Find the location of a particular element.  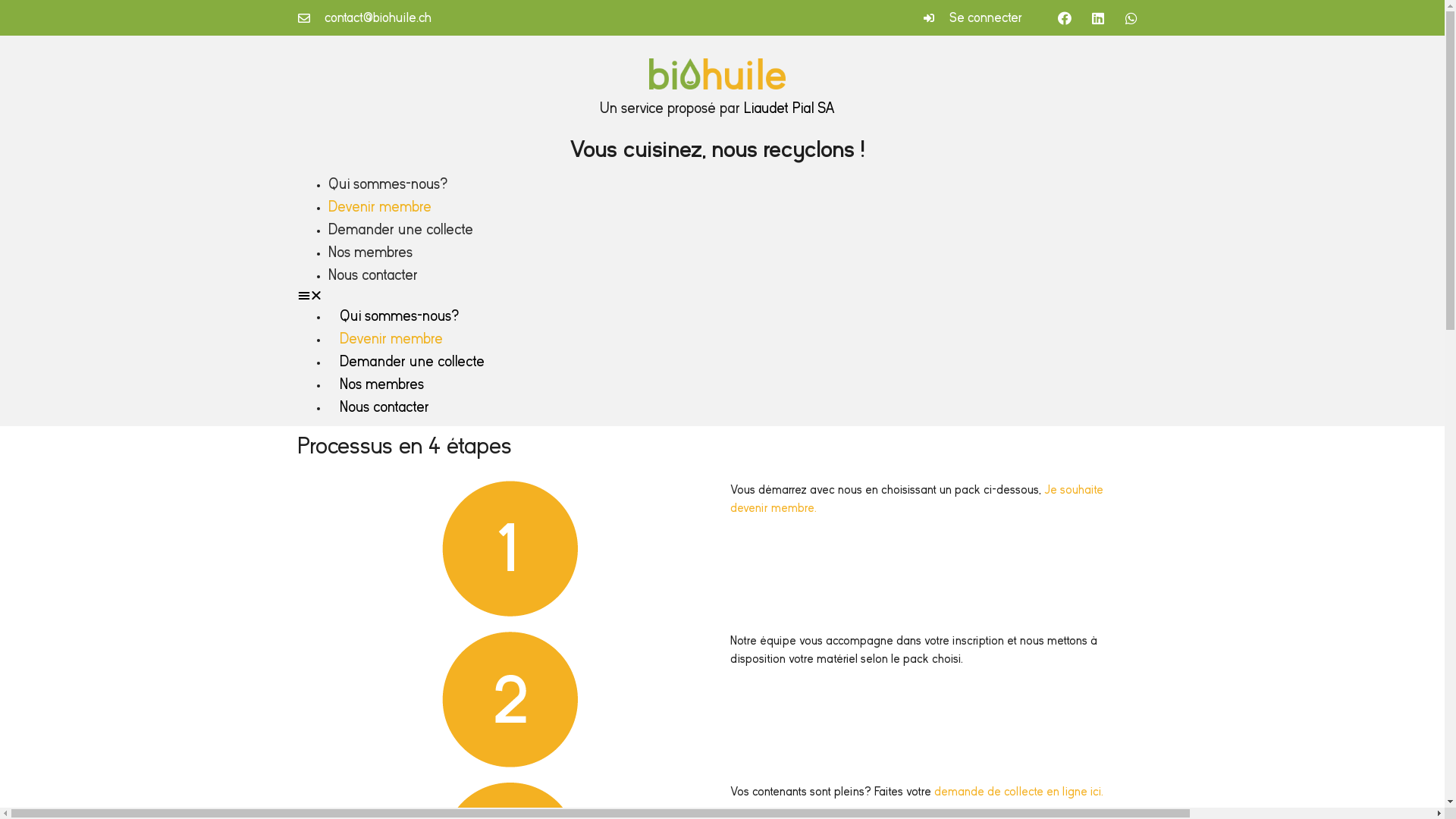

'Liaudet Pial SA' is located at coordinates (789, 107).